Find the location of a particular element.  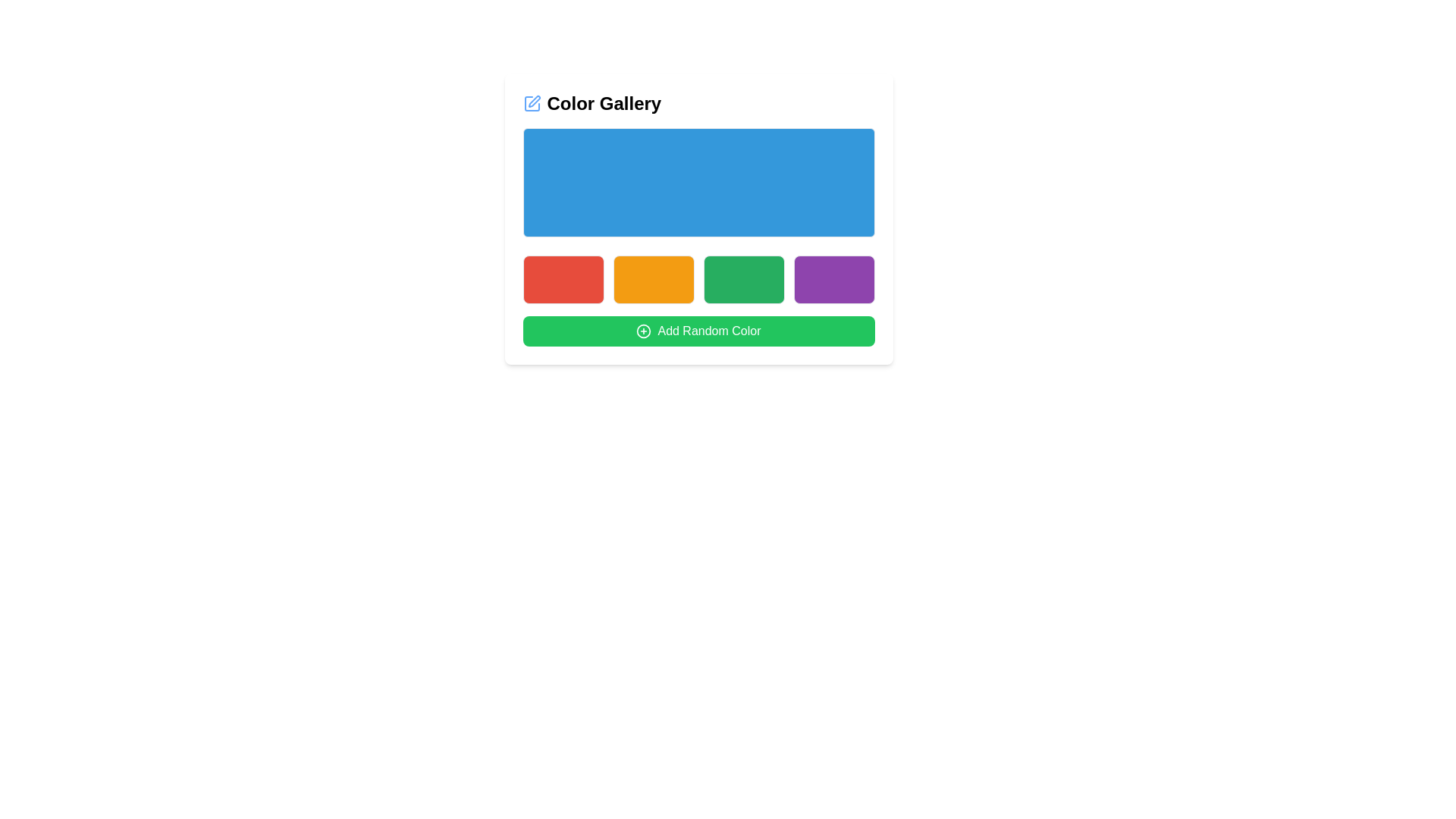

the Display Area element with a light blue background and rounded corners located beneath the 'Color Gallery' title is located at coordinates (698, 181).